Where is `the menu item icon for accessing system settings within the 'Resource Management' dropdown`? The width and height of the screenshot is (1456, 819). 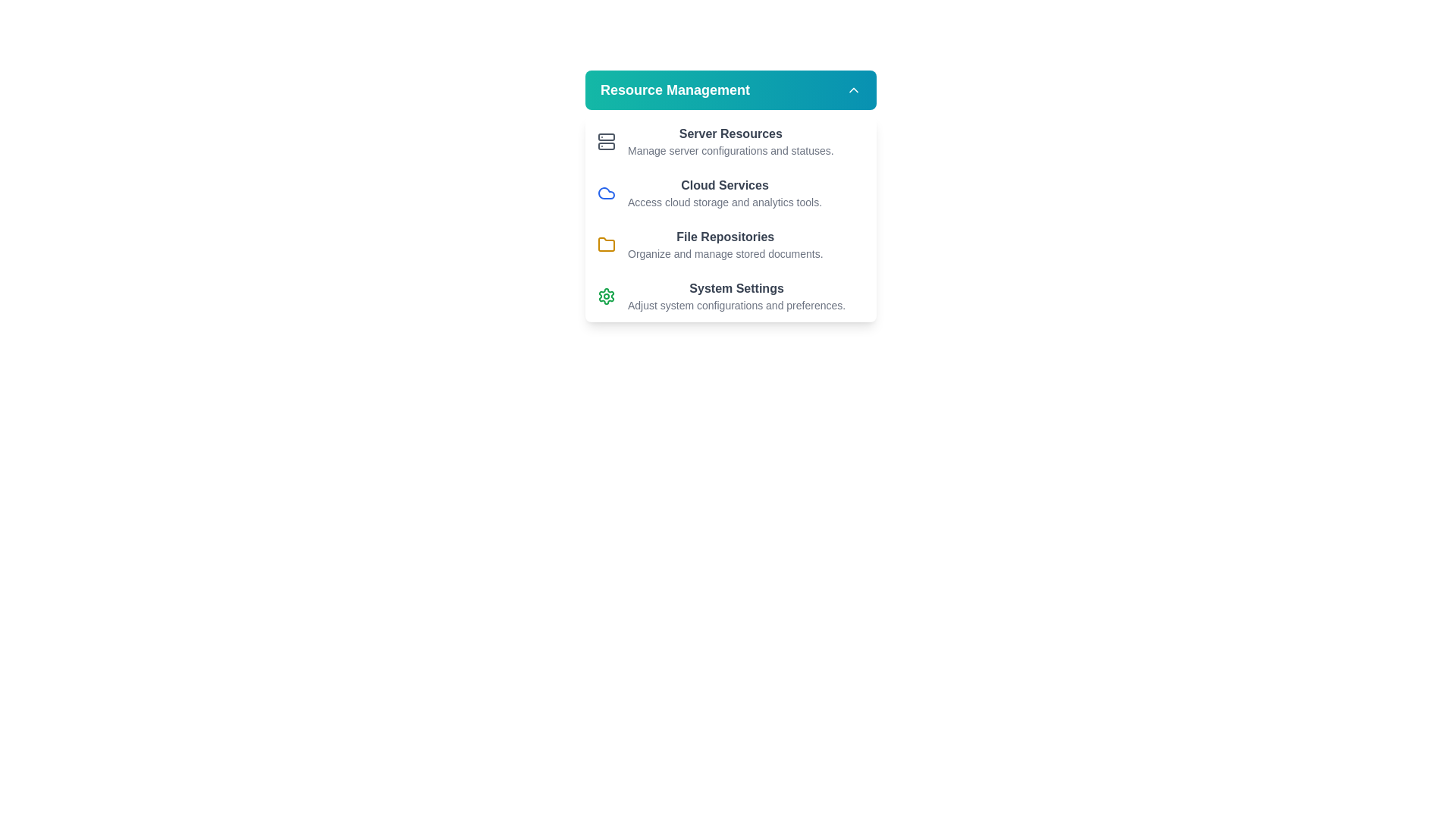 the menu item icon for accessing system settings within the 'Resource Management' dropdown is located at coordinates (607, 296).